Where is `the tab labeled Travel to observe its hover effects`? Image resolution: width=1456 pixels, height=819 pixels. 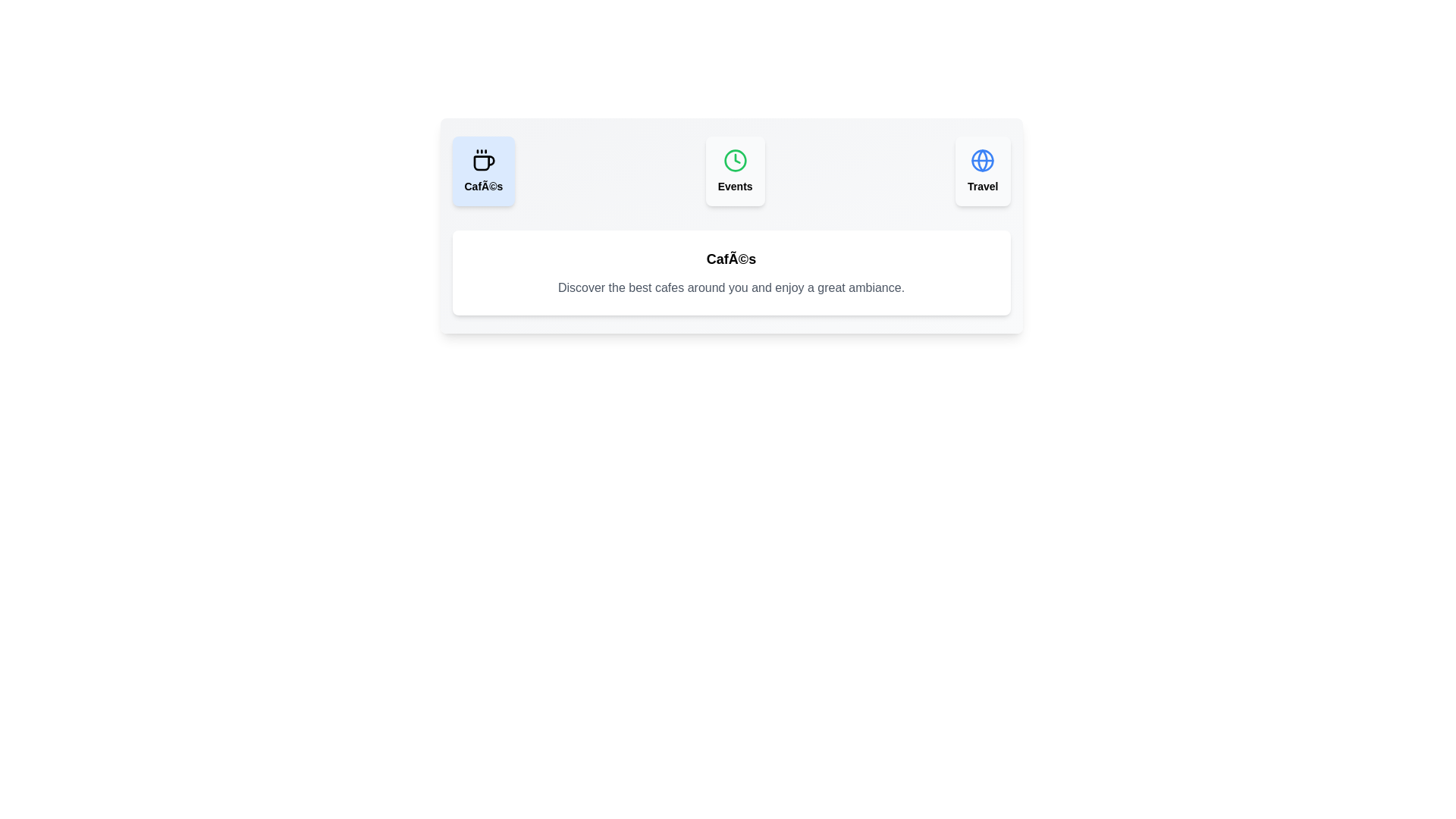 the tab labeled Travel to observe its hover effects is located at coordinates (983, 171).